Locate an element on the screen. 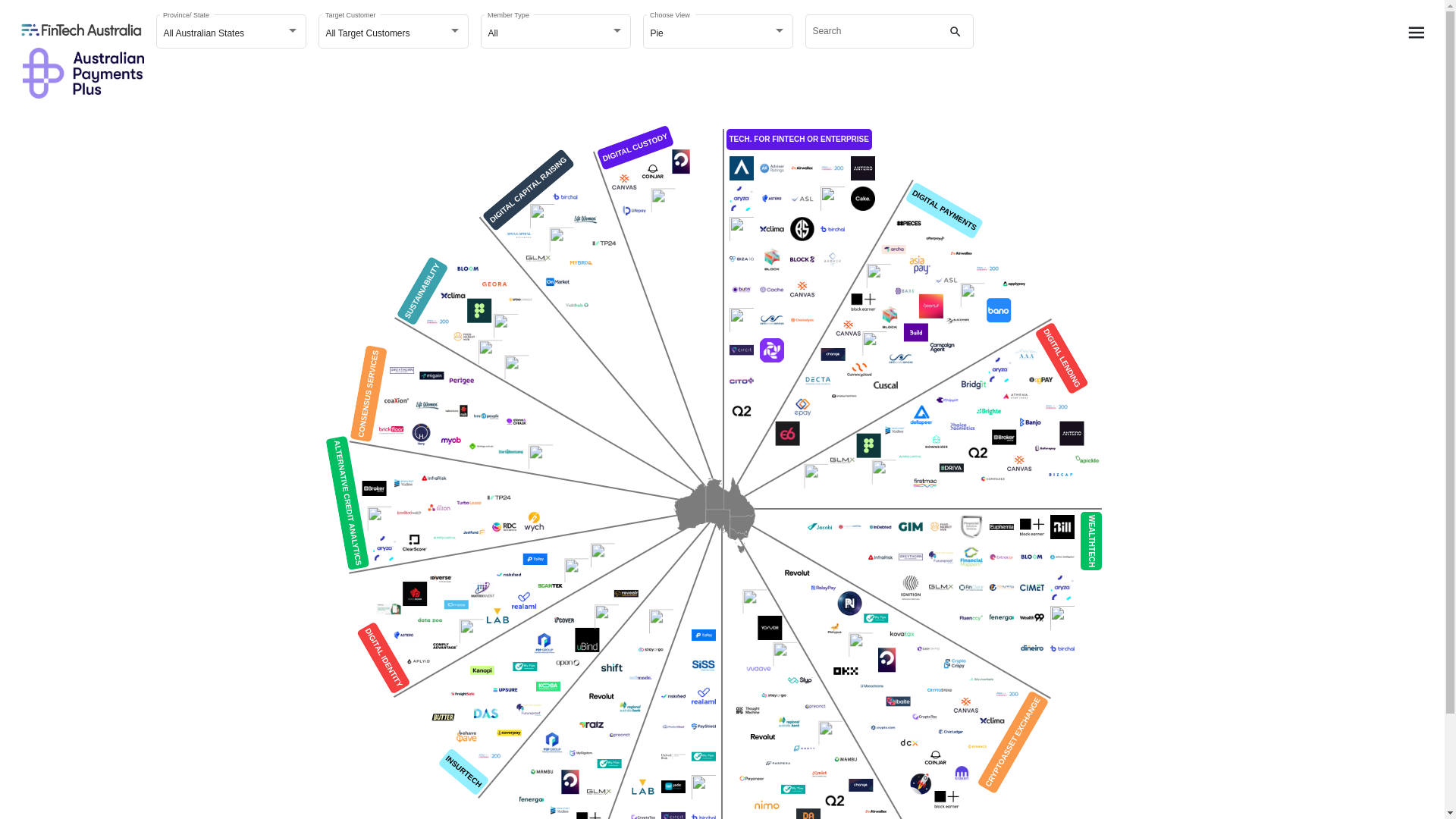 This screenshot has width=1456, height=819. 'Relaypay' is located at coordinates (807, 587).